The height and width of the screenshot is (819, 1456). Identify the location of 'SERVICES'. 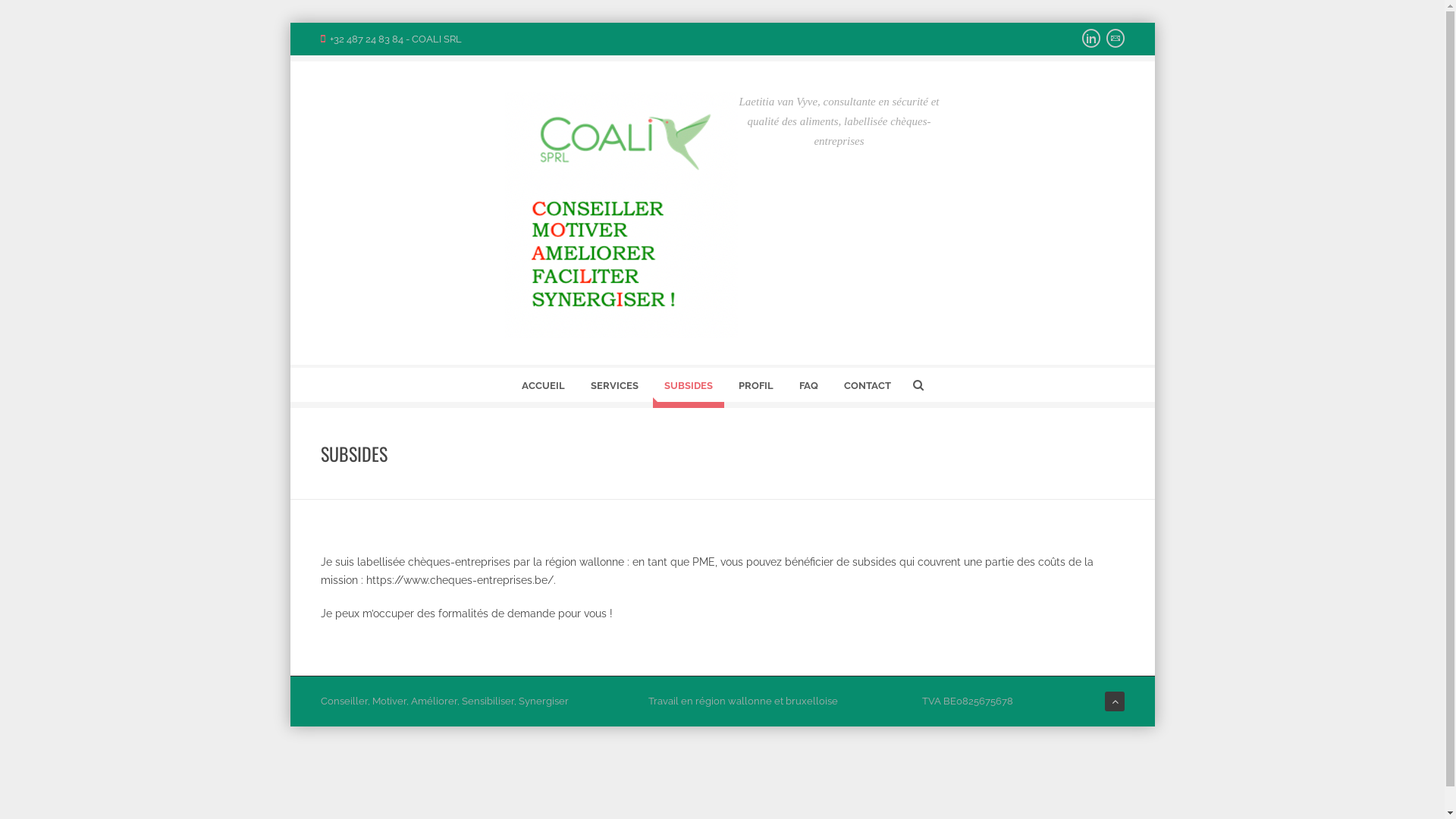
(578, 388).